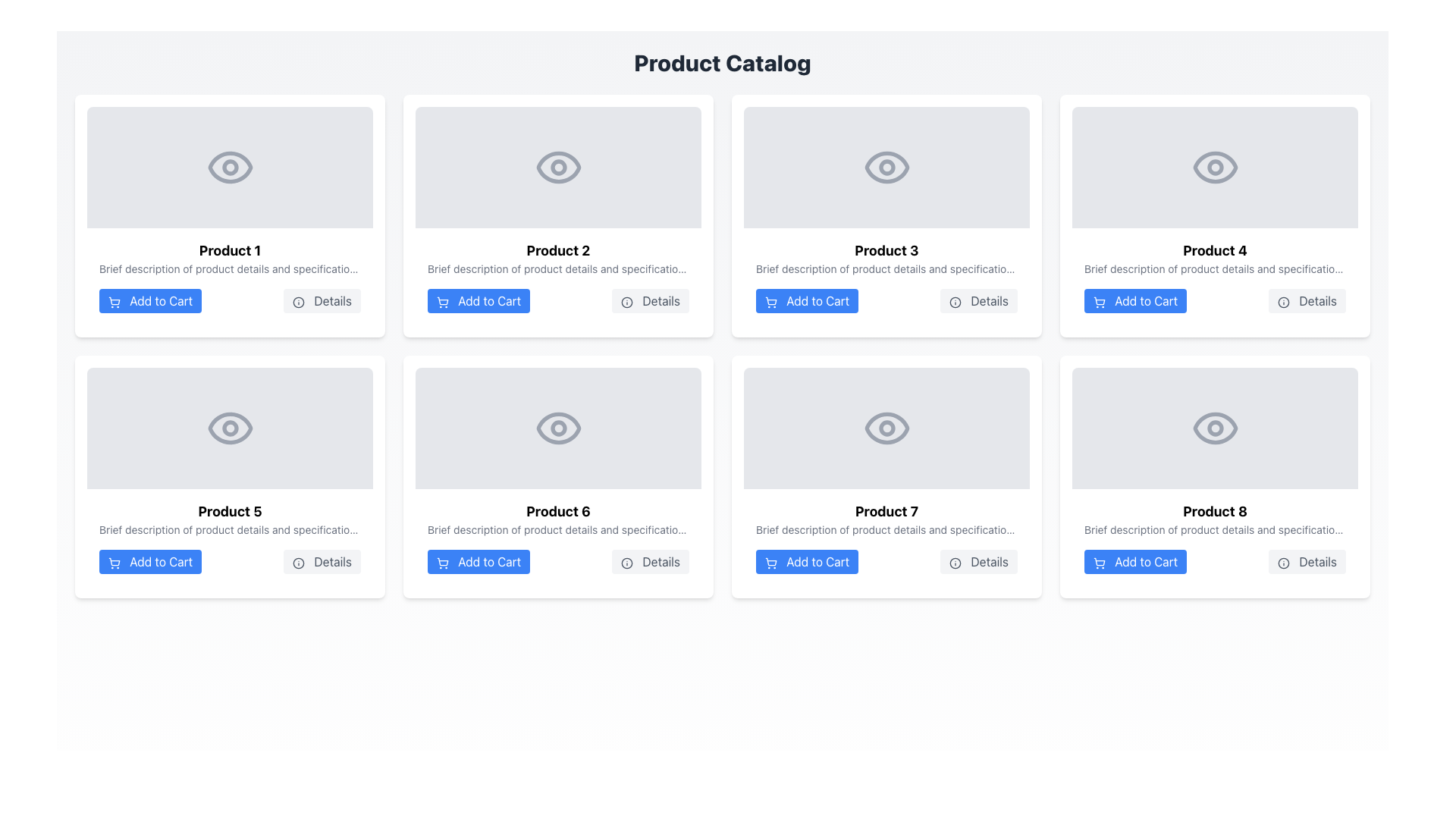 This screenshot has width=1456, height=819. Describe the element at coordinates (1215, 167) in the screenshot. I see `the outlined eye icon with rounded edges, displayed in gray color, centered within the preview area of the 'Product 4' card` at that location.